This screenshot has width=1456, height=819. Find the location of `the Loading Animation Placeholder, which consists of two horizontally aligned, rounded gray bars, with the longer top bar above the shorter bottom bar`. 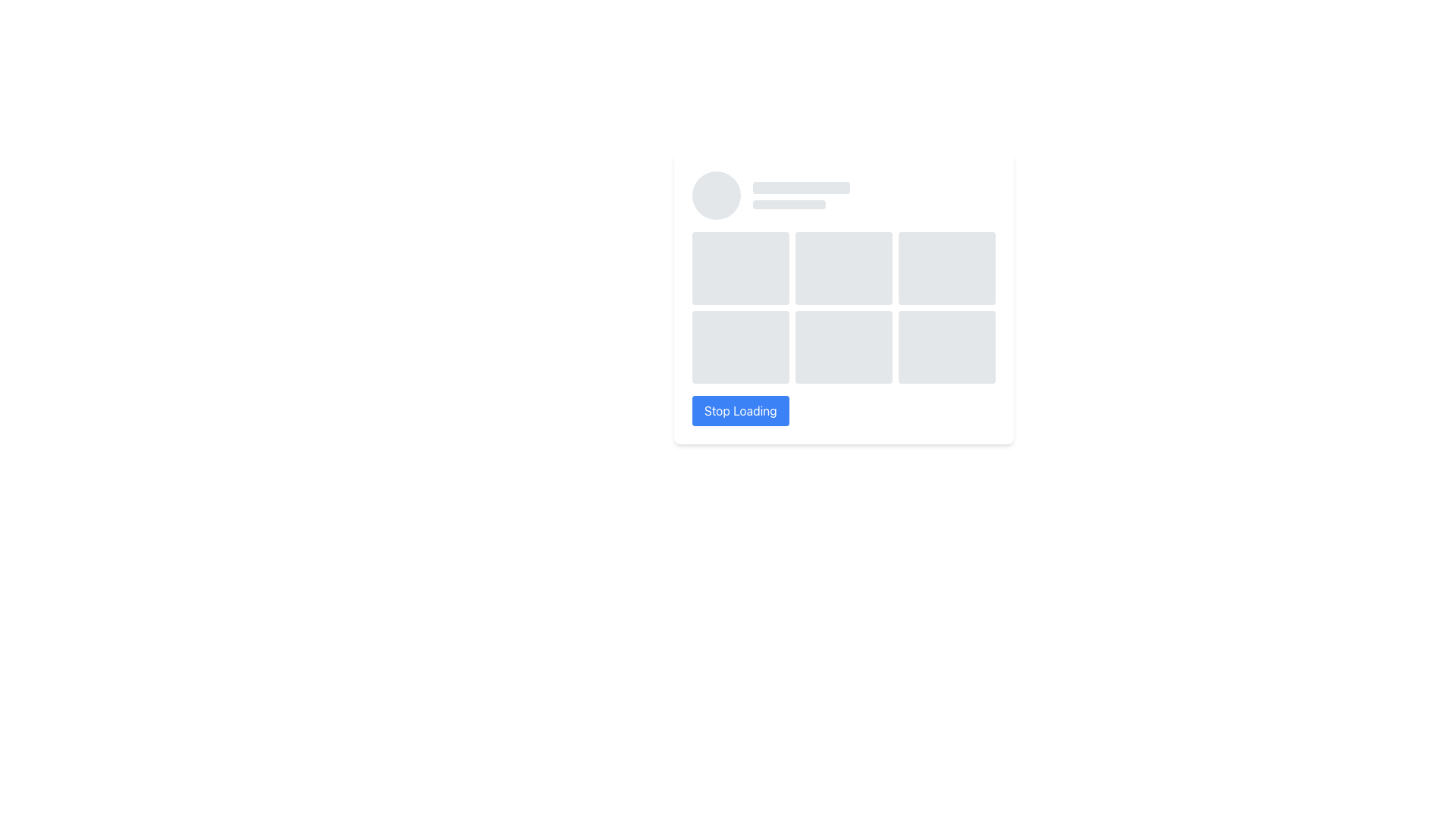

the Loading Animation Placeholder, which consists of two horizontally aligned, rounded gray bars, with the longer top bar above the shorter bottom bar is located at coordinates (800, 195).